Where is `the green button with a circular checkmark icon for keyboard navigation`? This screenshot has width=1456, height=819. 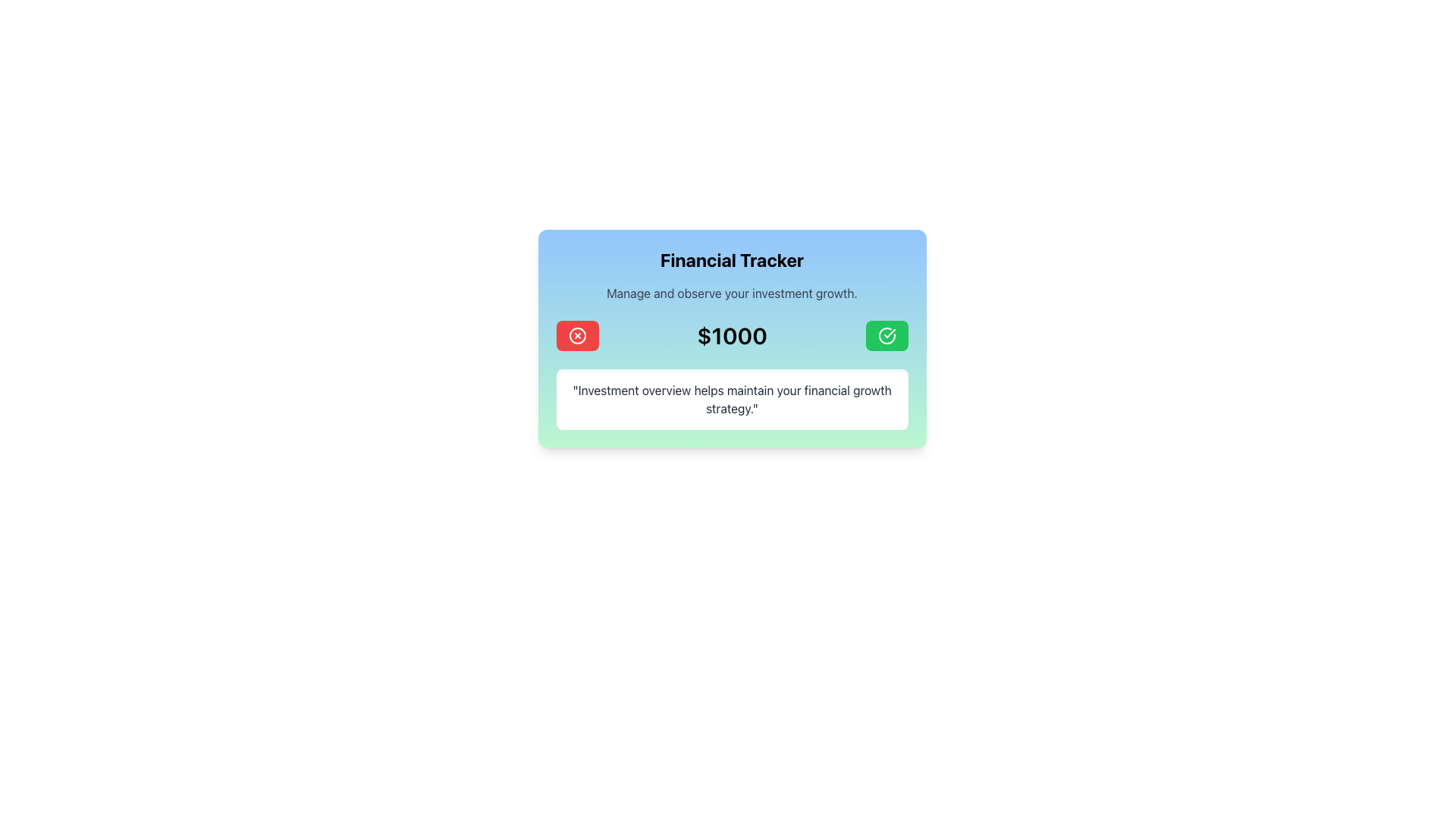
the green button with a circular checkmark icon for keyboard navigation is located at coordinates (886, 335).